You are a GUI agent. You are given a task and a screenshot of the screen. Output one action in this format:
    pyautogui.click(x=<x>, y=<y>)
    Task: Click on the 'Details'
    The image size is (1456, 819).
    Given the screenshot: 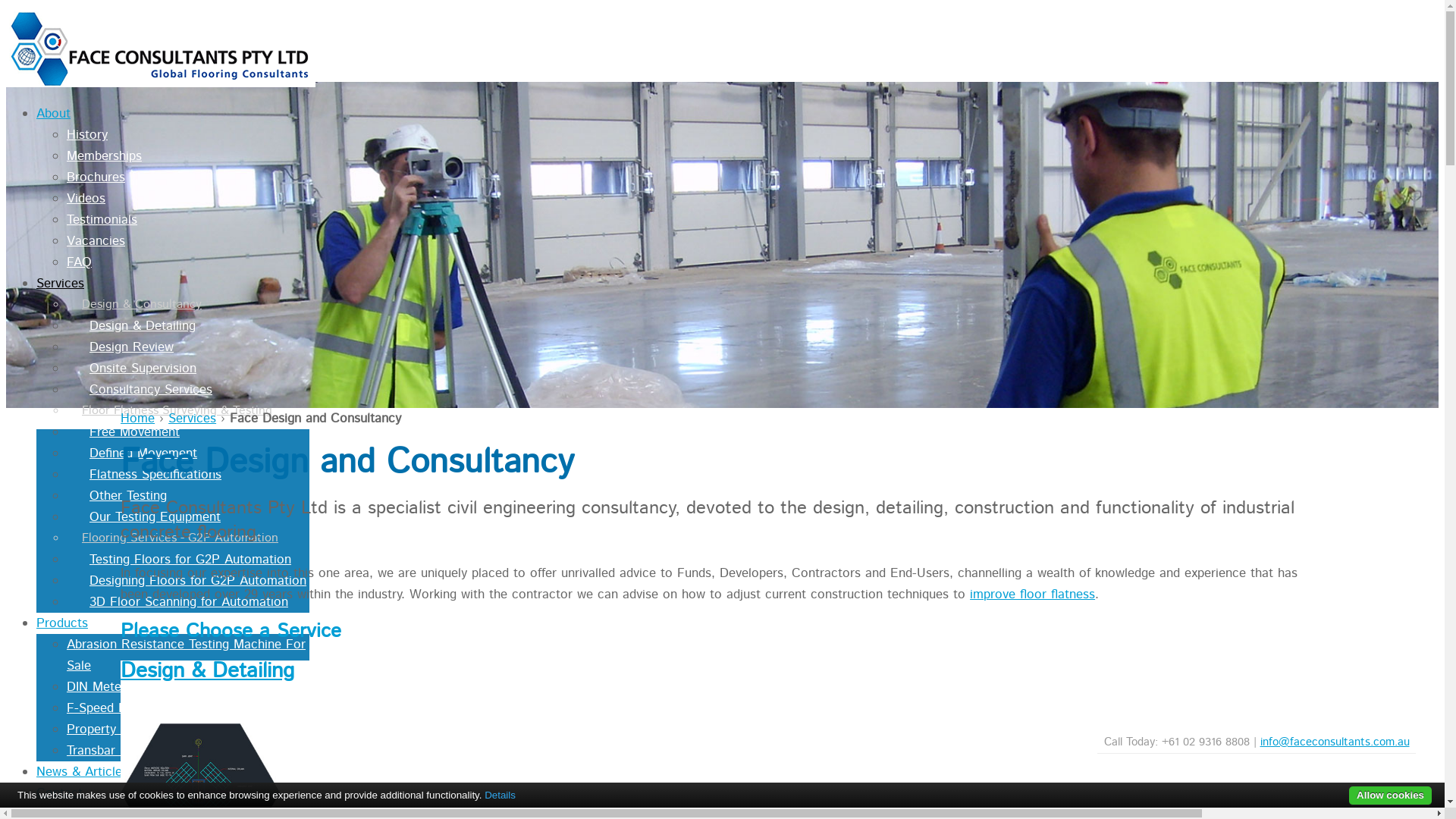 What is the action you would take?
    pyautogui.click(x=483, y=794)
    